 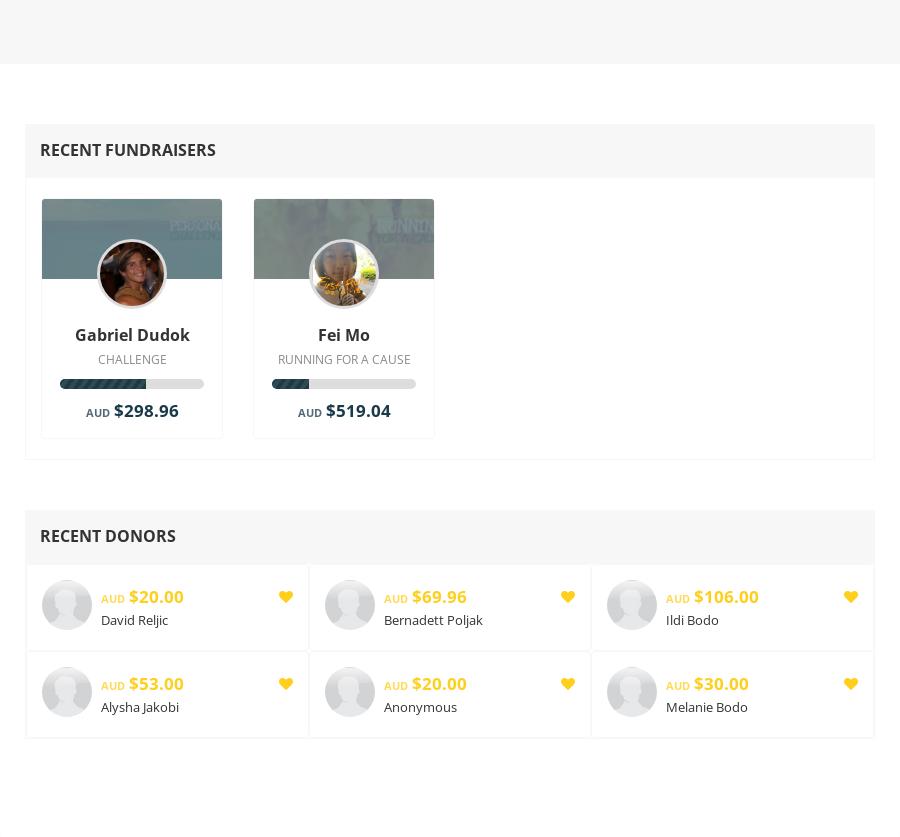 I want to click on 'Anonymous', so click(x=419, y=705).